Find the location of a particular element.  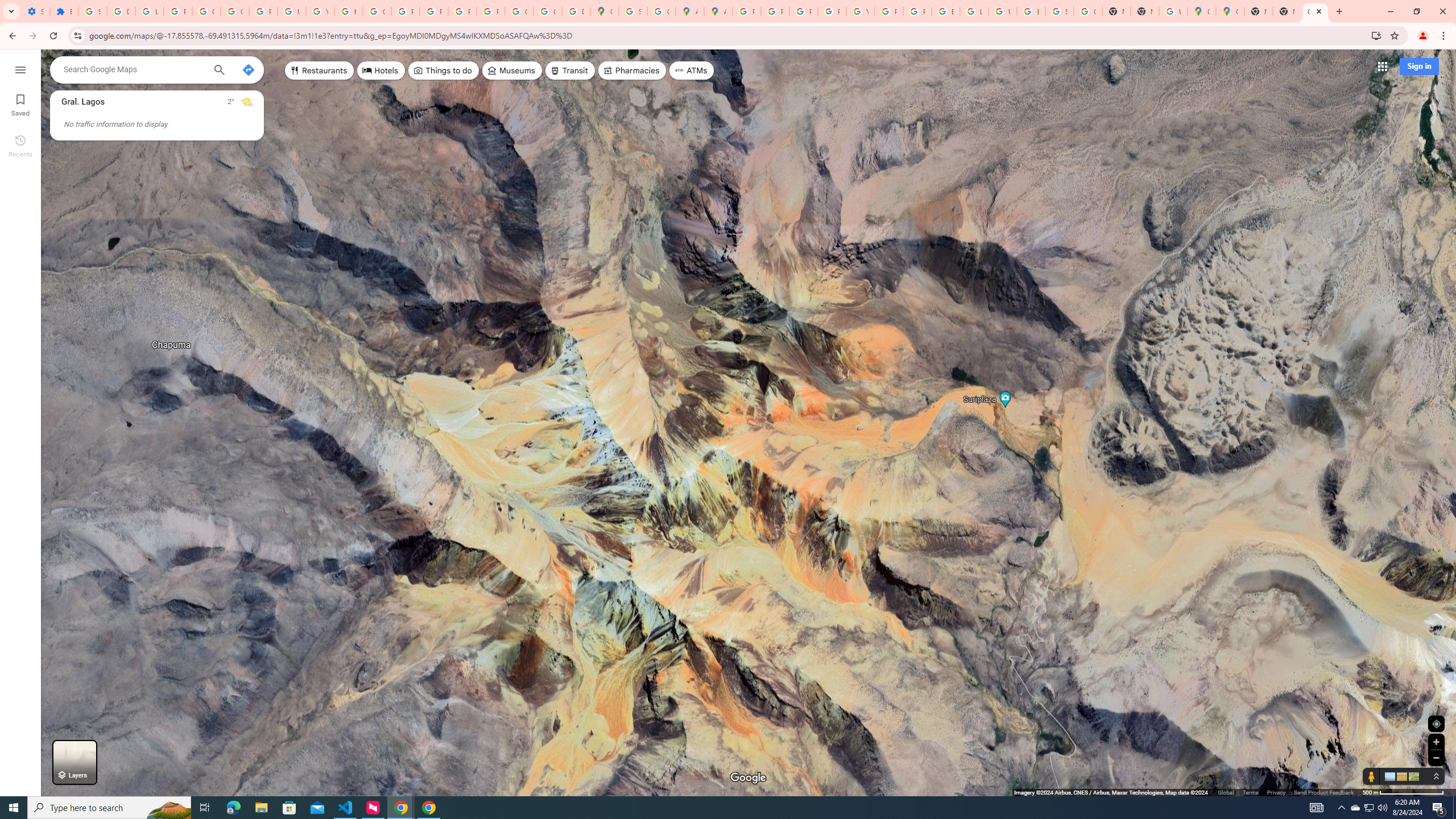

'Privacy Help Center - Policies Help' is located at coordinates (775, 11).